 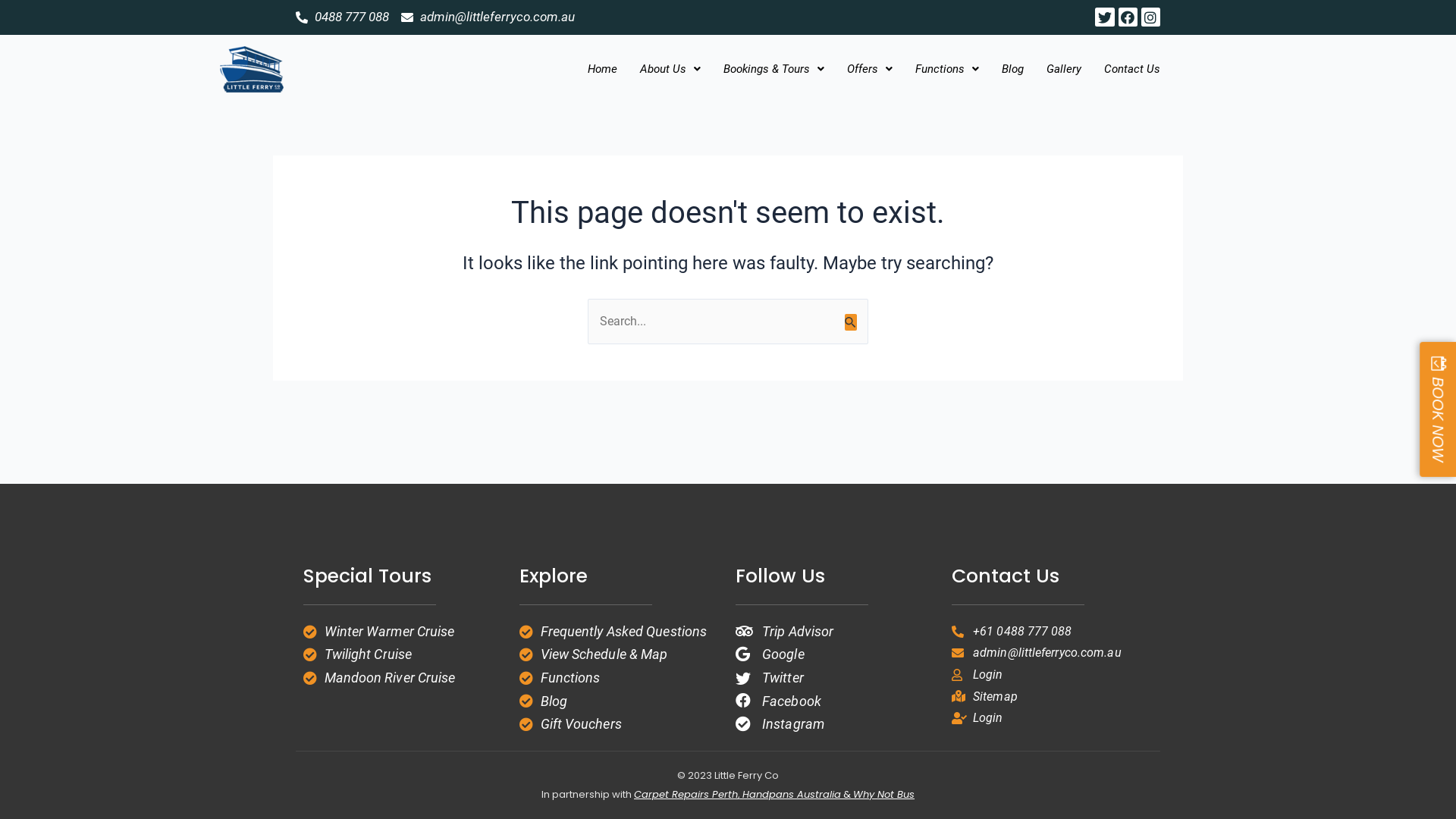 I want to click on 'Twilight Cruise', so click(x=403, y=654).